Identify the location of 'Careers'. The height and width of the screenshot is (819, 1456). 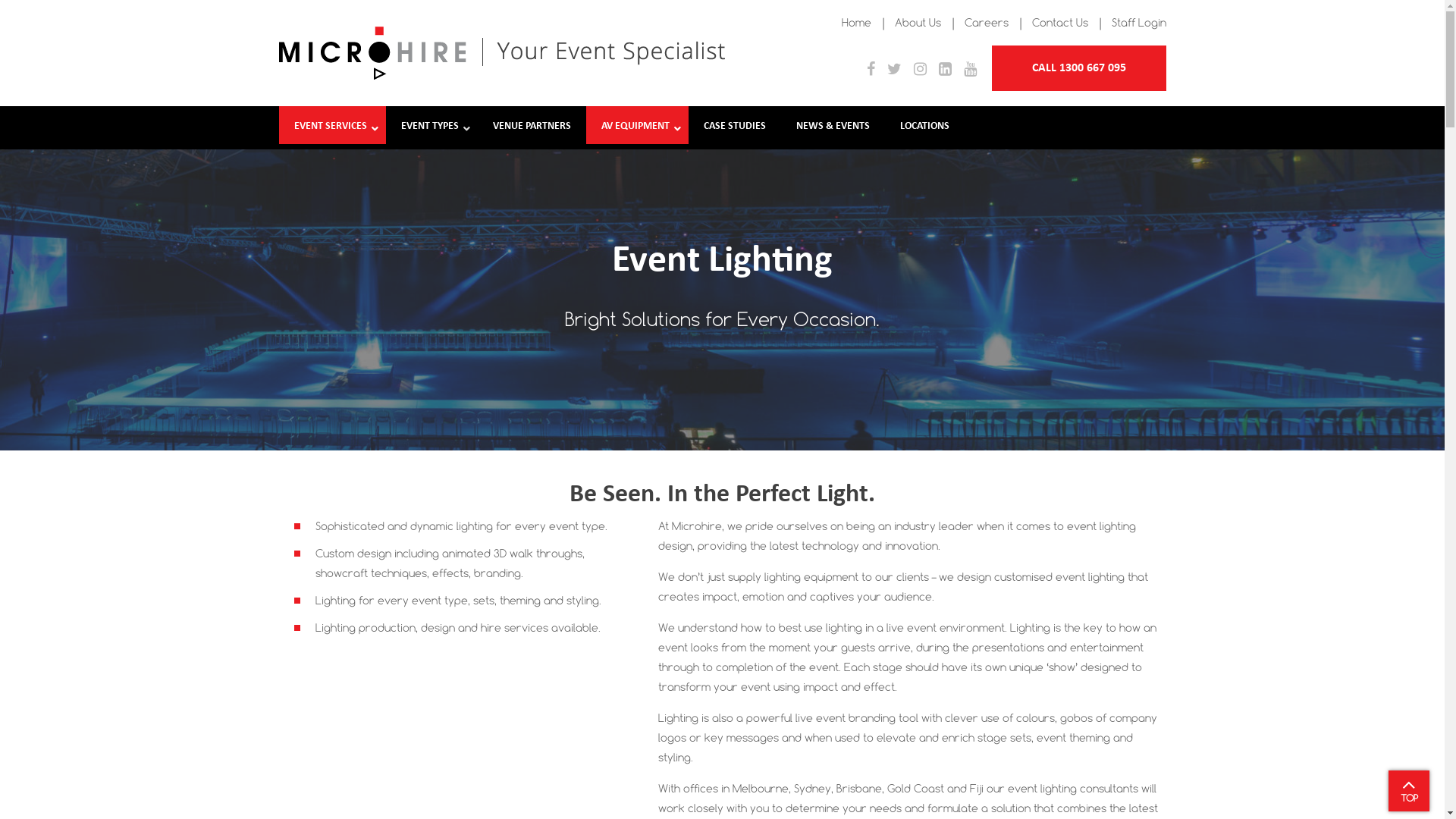
(986, 22).